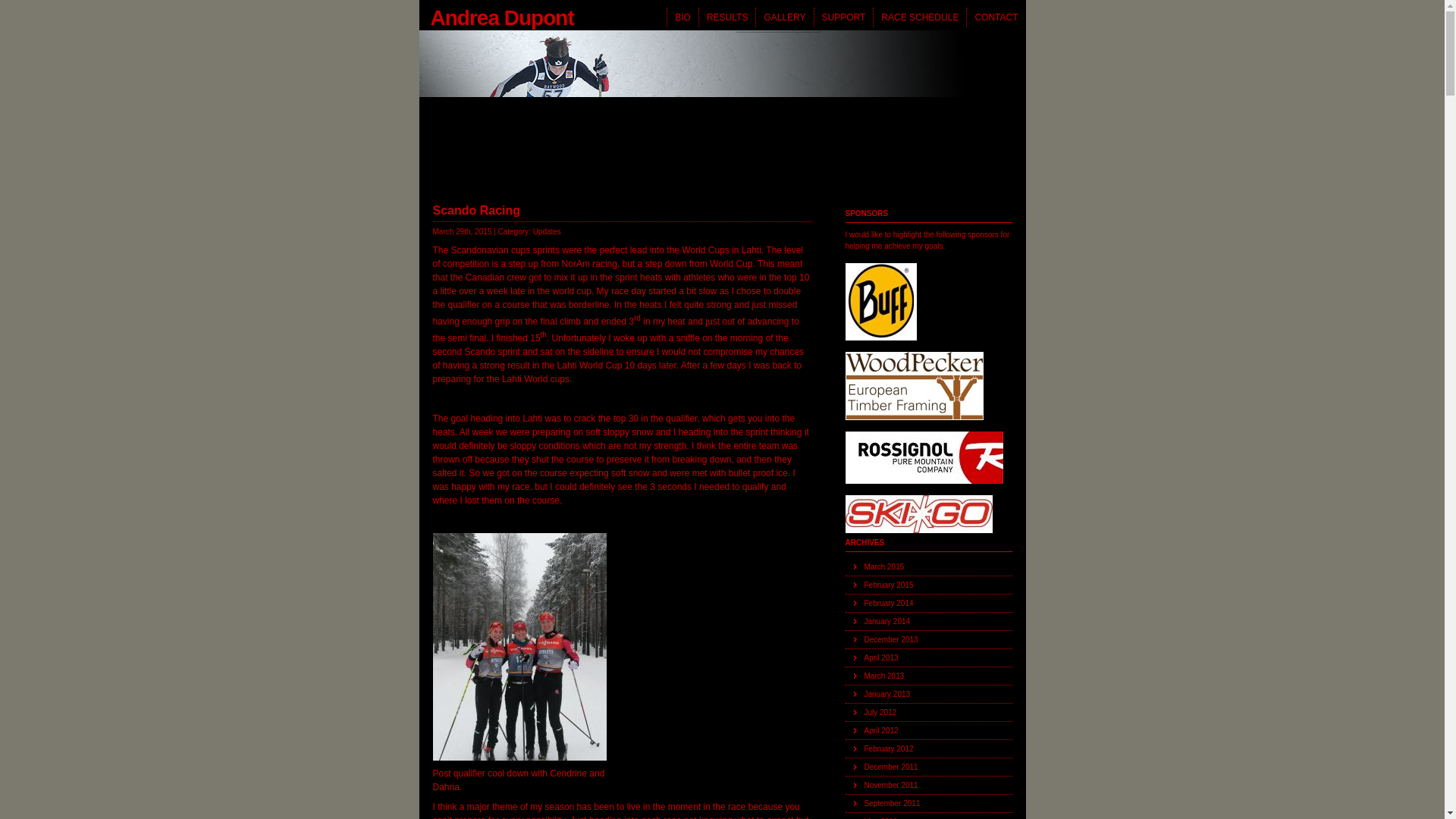 This screenshot has height=819, width=1456. What do you see at coordinates (996, 17) in the screenshot?
I see `'CONTACT'` at bounding box center [996, 17].